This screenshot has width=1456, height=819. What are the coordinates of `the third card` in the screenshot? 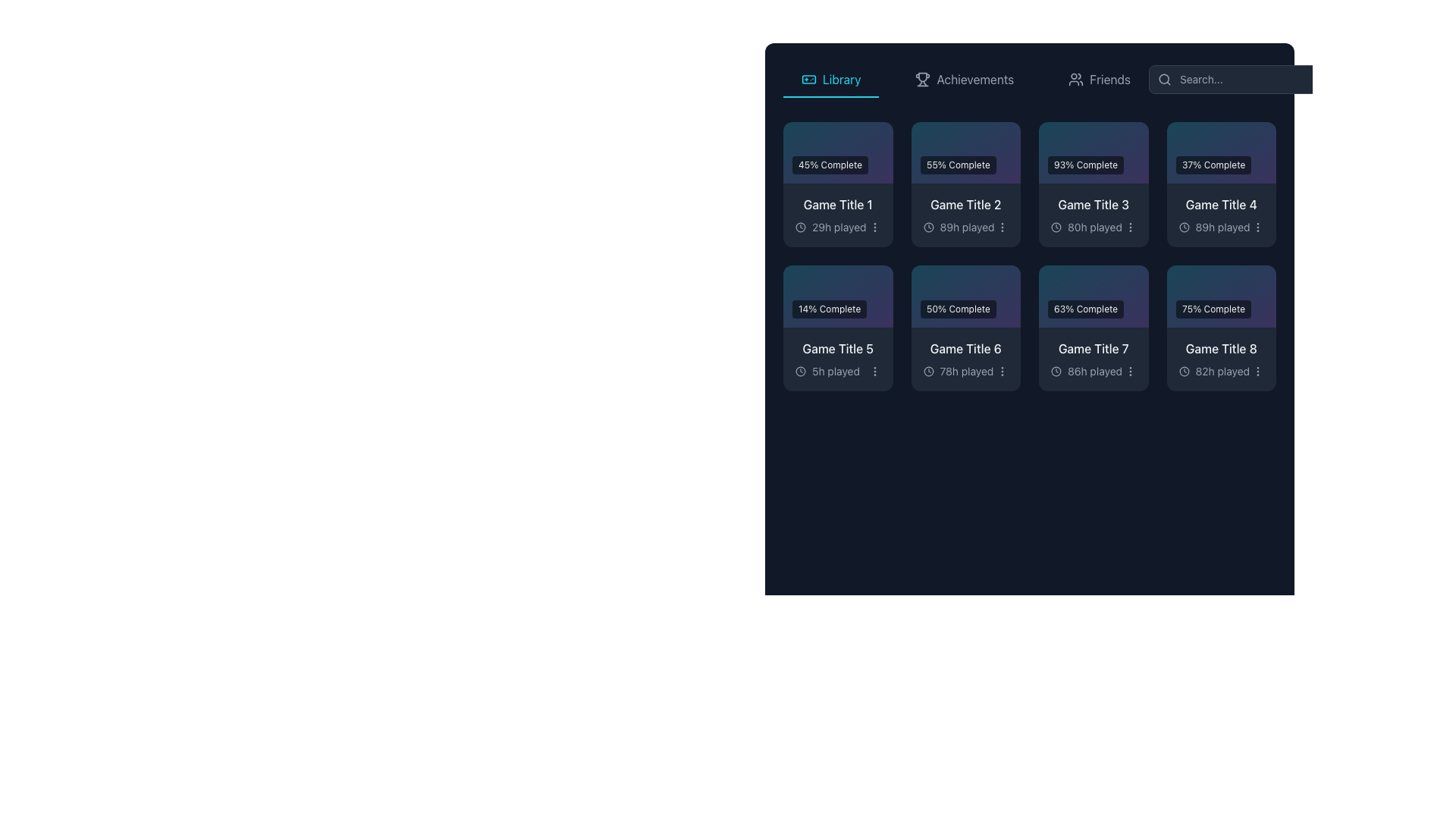 It's located at (1094, 184).